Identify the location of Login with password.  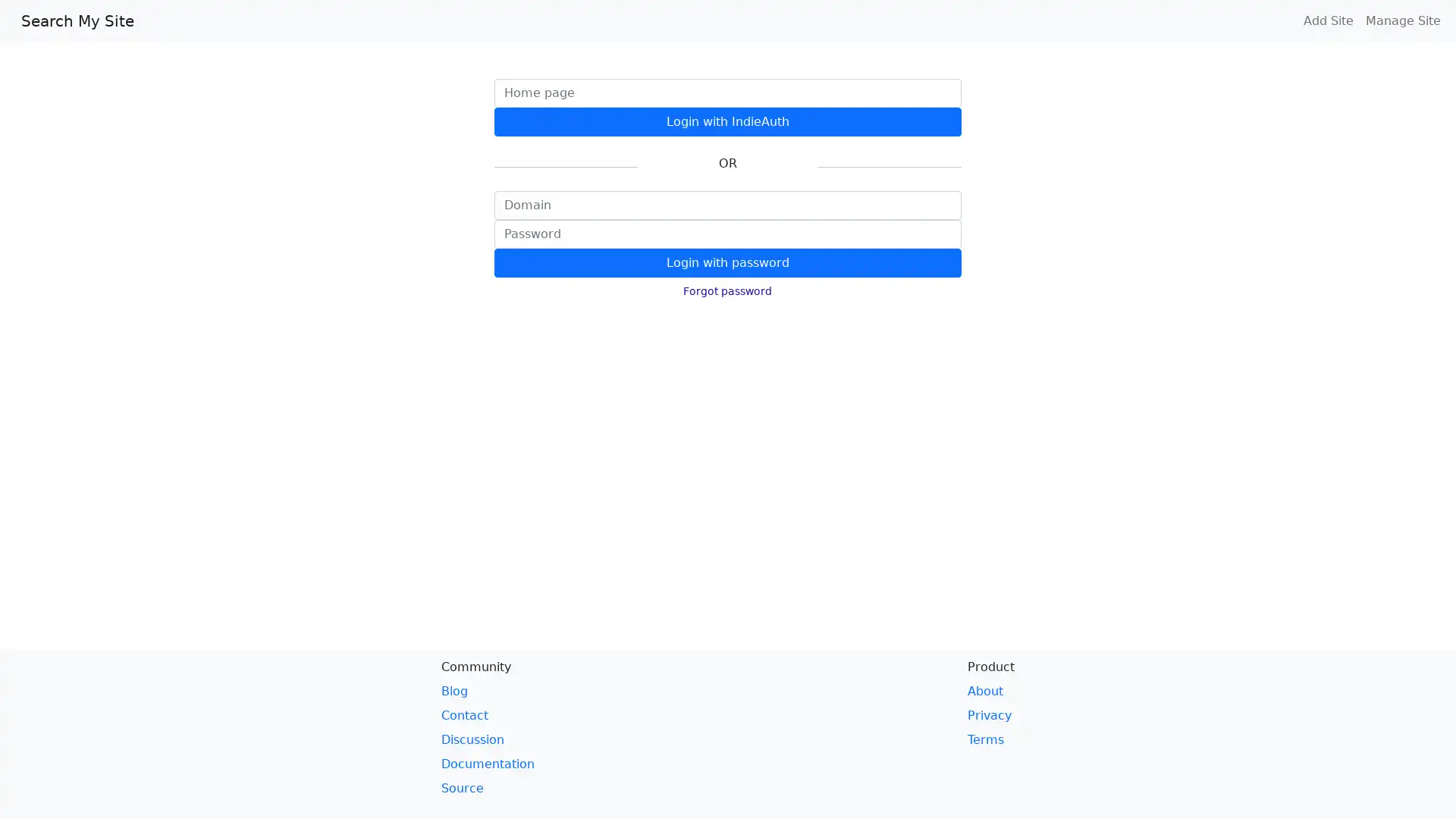
(726, 262).